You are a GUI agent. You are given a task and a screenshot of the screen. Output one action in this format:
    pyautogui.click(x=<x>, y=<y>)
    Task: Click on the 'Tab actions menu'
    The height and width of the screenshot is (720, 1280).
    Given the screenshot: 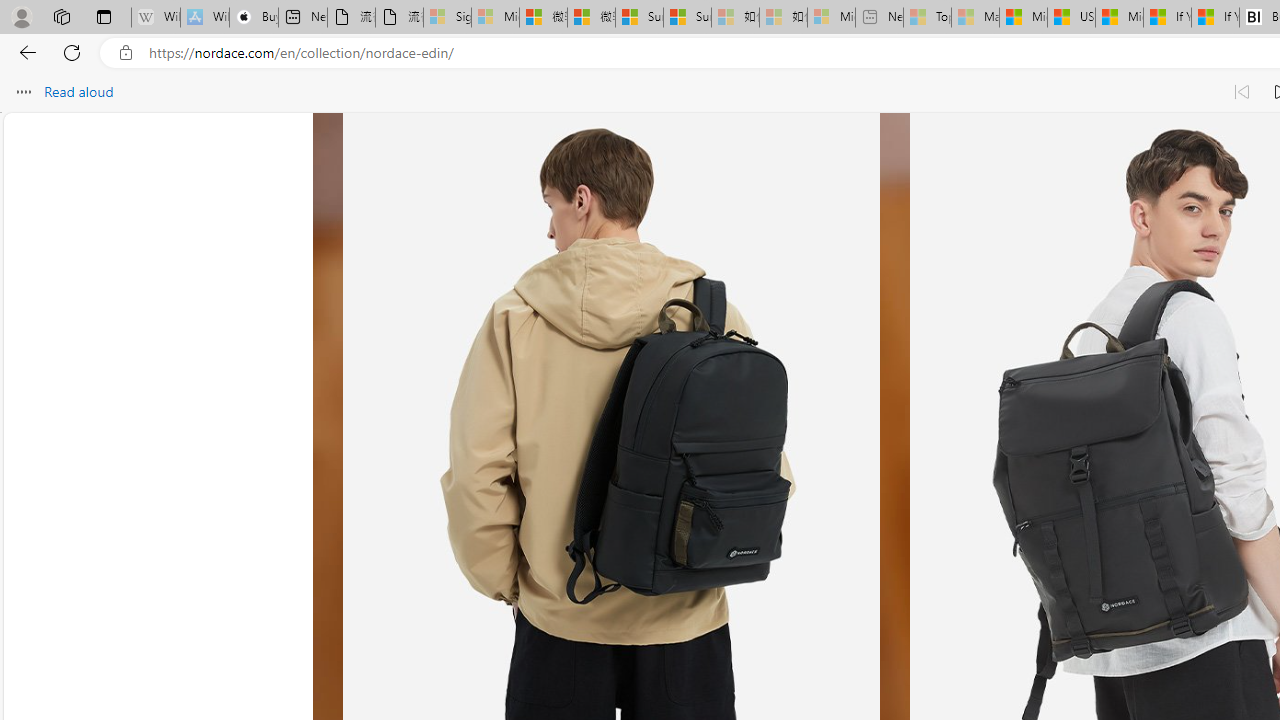 What is the action you would take?
    pyautogui.click(x=103, y=16)
    